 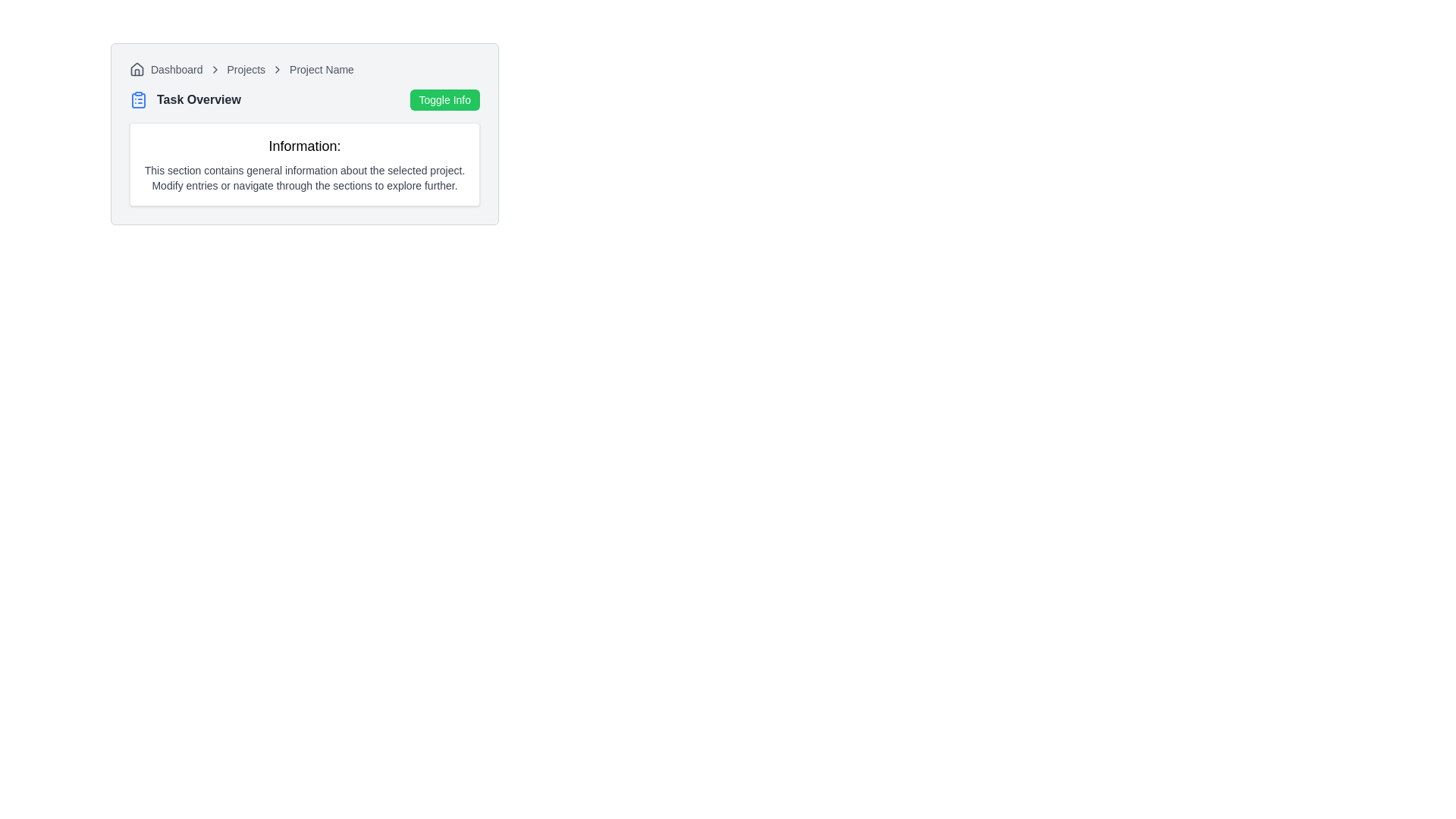 I want to click on the green button labeled 'Toggle Info' located in the upper-right side of the 'Task Overview' section, so click(x=444, y=99).